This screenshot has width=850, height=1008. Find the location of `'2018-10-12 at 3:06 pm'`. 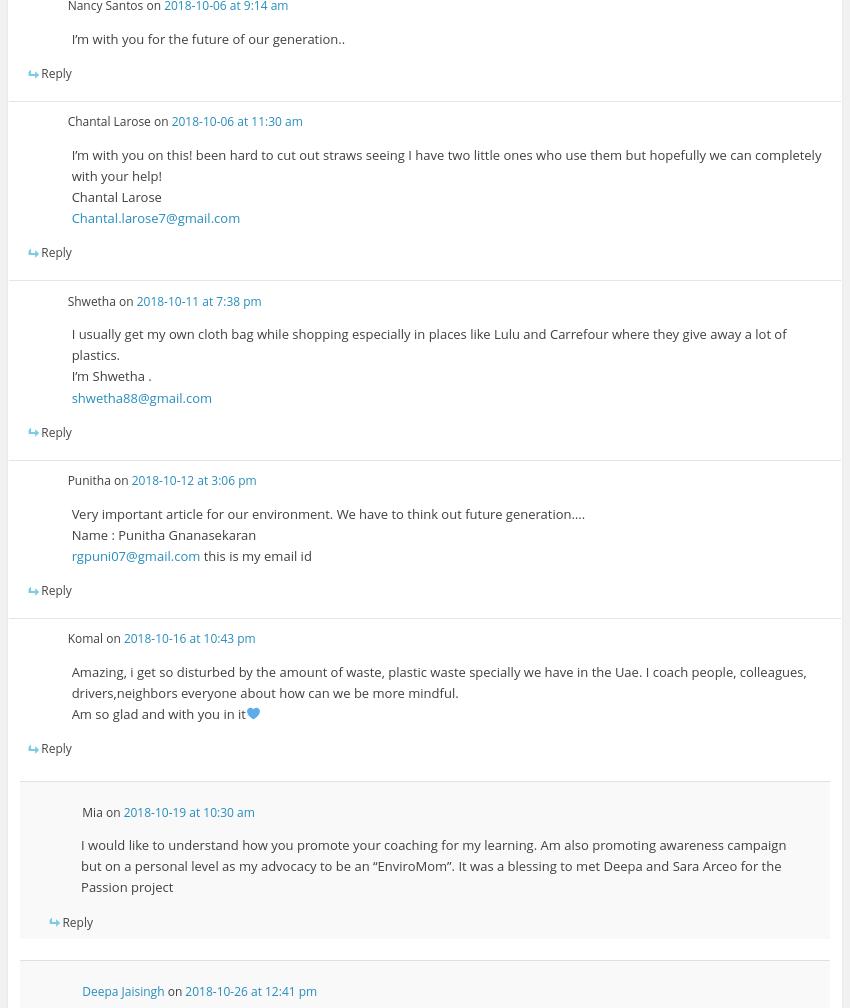

'2018-10-12 at 3:06 pm' is located at coordinates (192, 480).